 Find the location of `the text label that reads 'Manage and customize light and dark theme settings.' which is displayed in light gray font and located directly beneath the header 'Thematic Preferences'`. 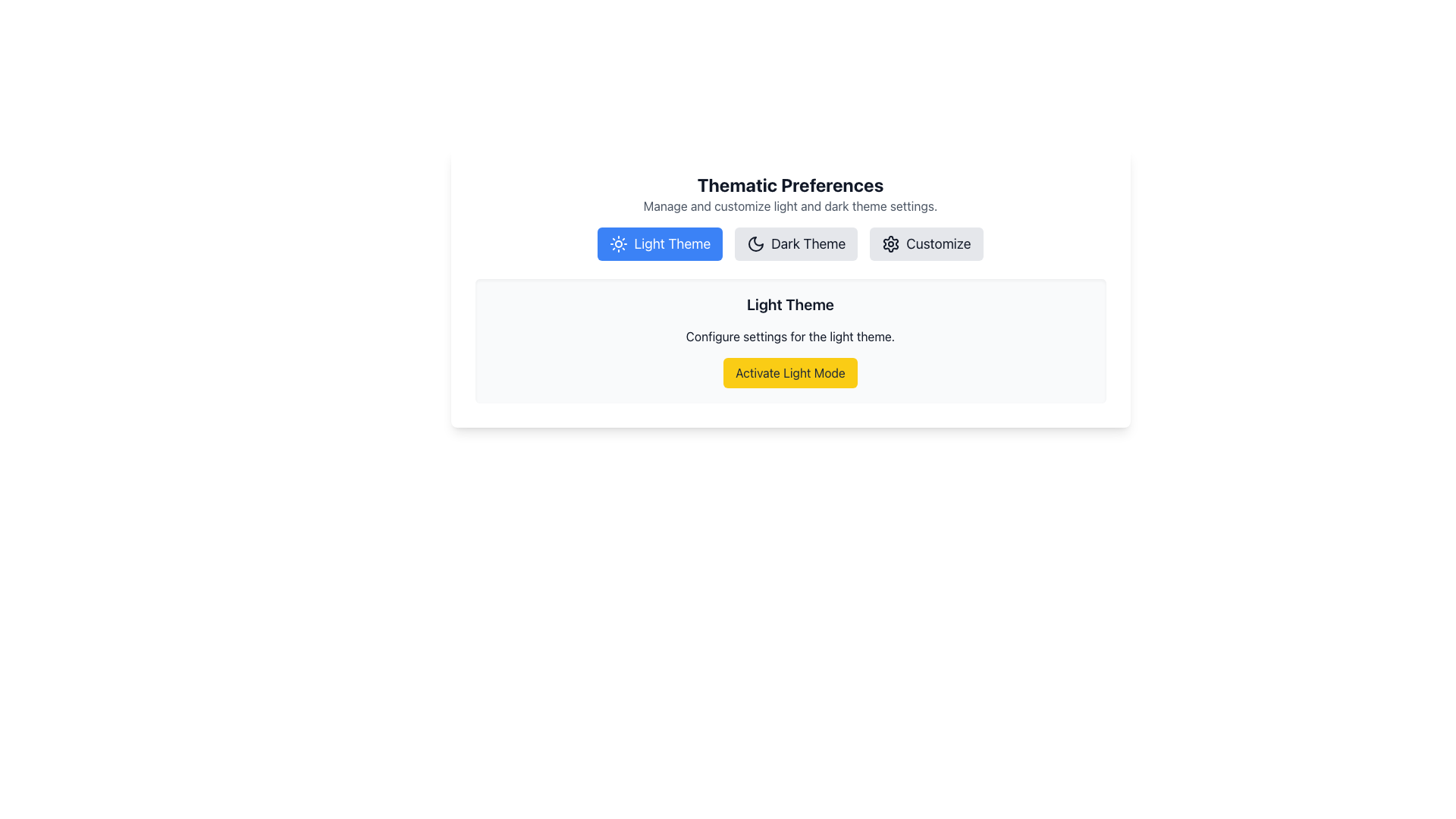

the text label that reads 'Manage and customize light and dark theme settings.' which is displayed in light gray font and located directly beneath the header 'Thematic Preferences' is located at coordinates (789, 206).